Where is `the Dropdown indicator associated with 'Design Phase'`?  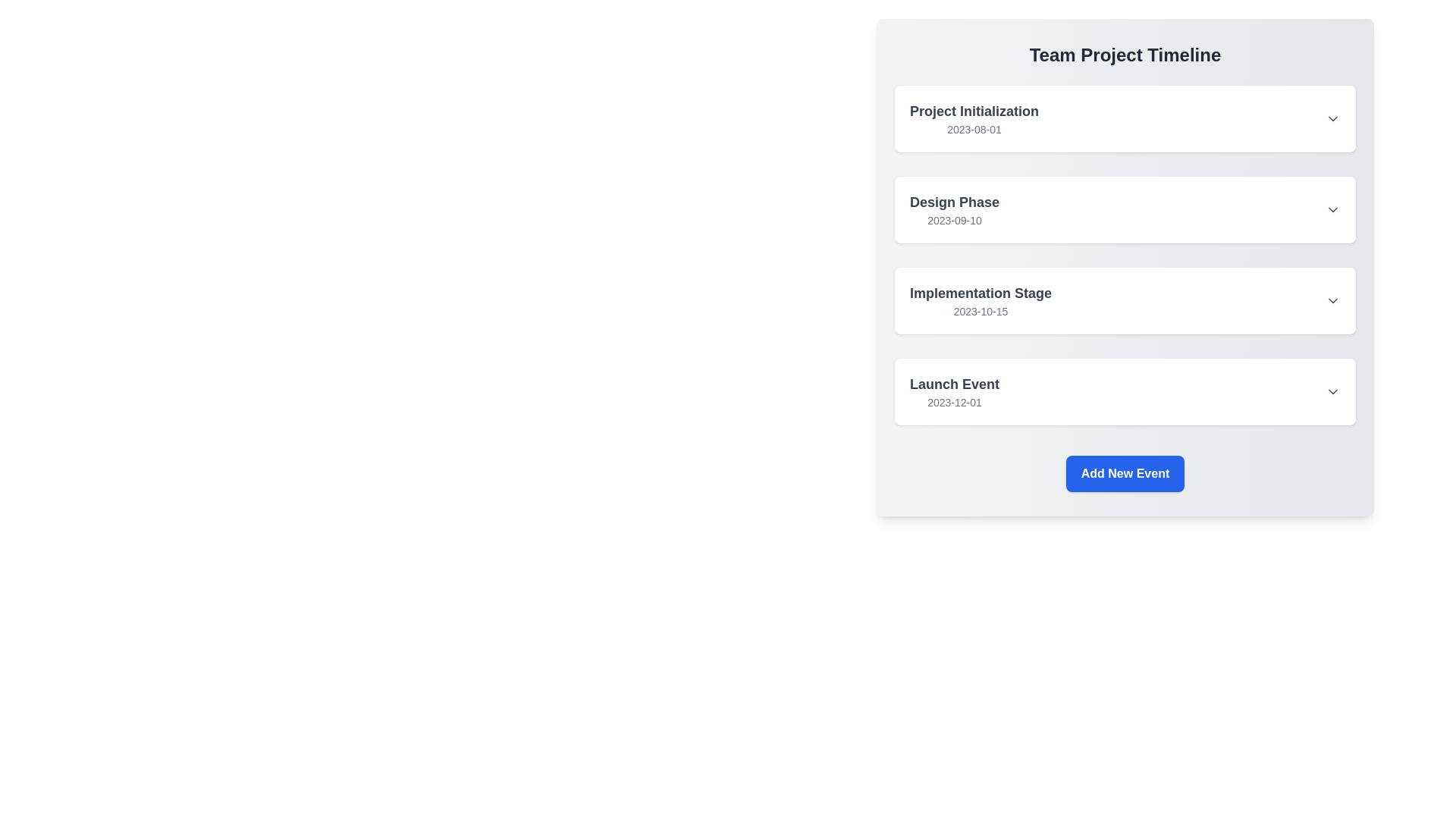 the Dropdown indicator associated with 'Design Phase' is located at coordinates (1332, 210).